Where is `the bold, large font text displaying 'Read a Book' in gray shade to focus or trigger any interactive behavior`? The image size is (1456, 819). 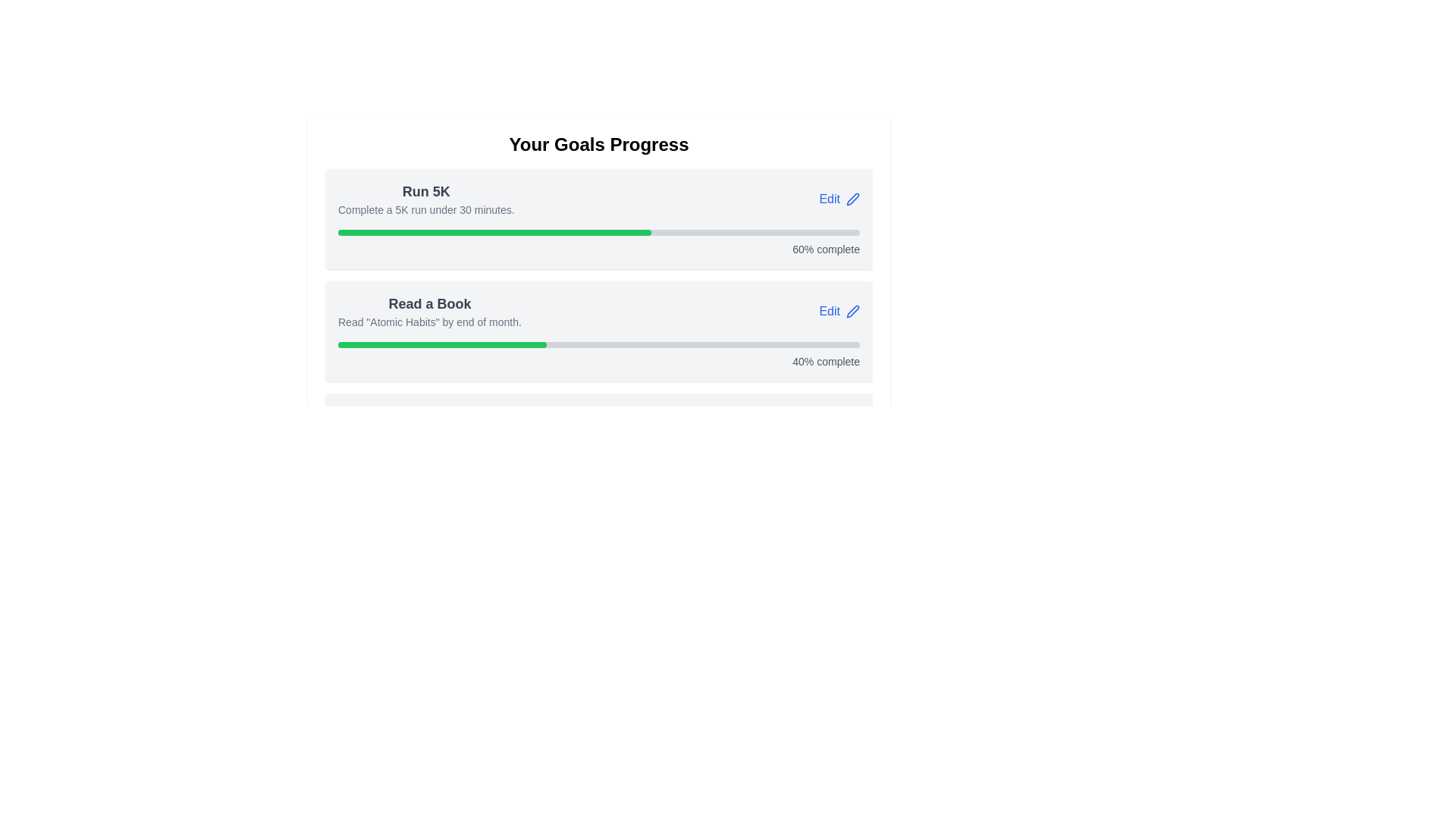 the bold, large font text displaying 'Read a Book' in gray shade to focus or trigger any interactive behavior is located at coordinates (428, 304).